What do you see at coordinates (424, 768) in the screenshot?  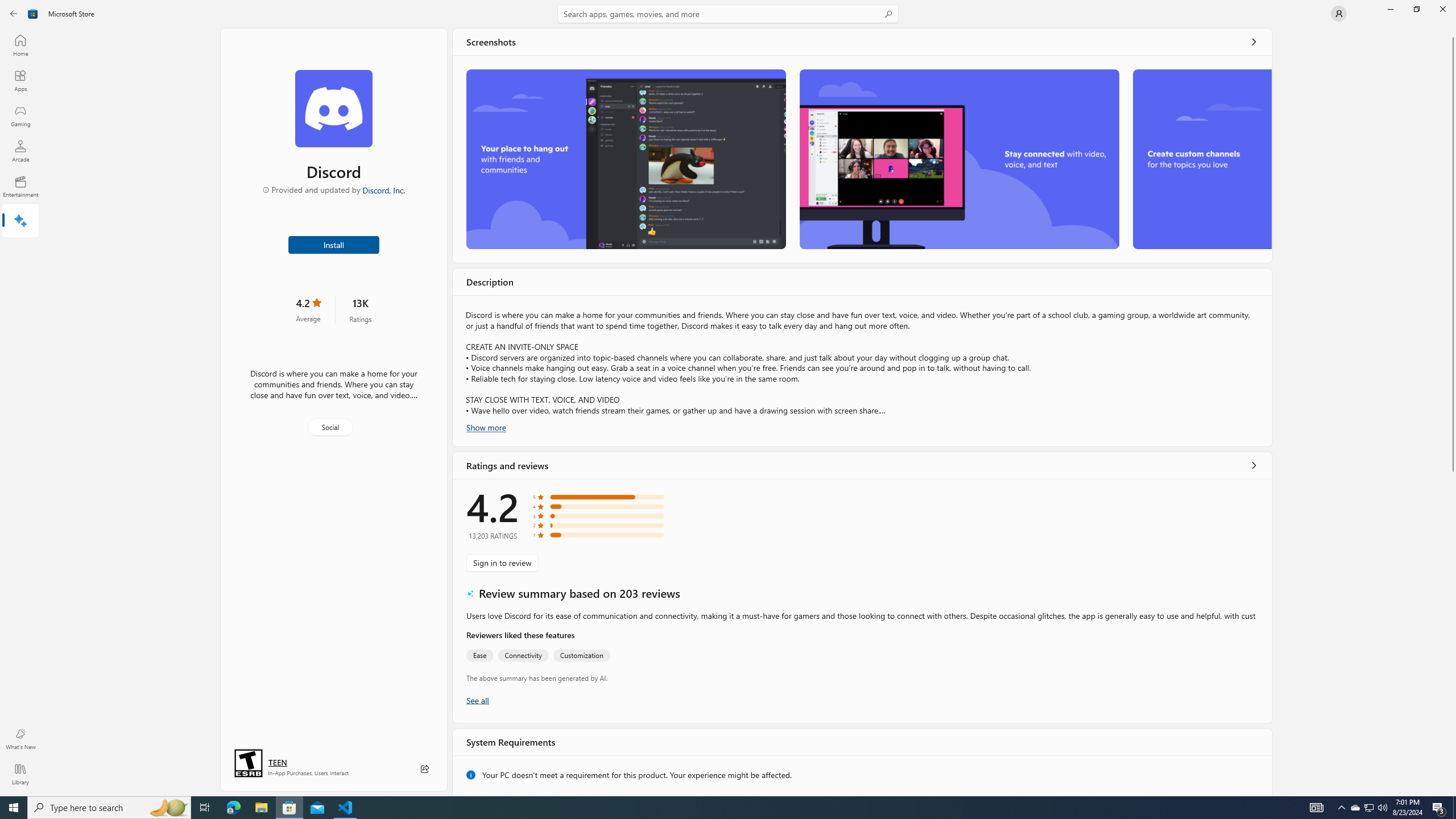 I see `'Share'` at bounding box center [424, 768].